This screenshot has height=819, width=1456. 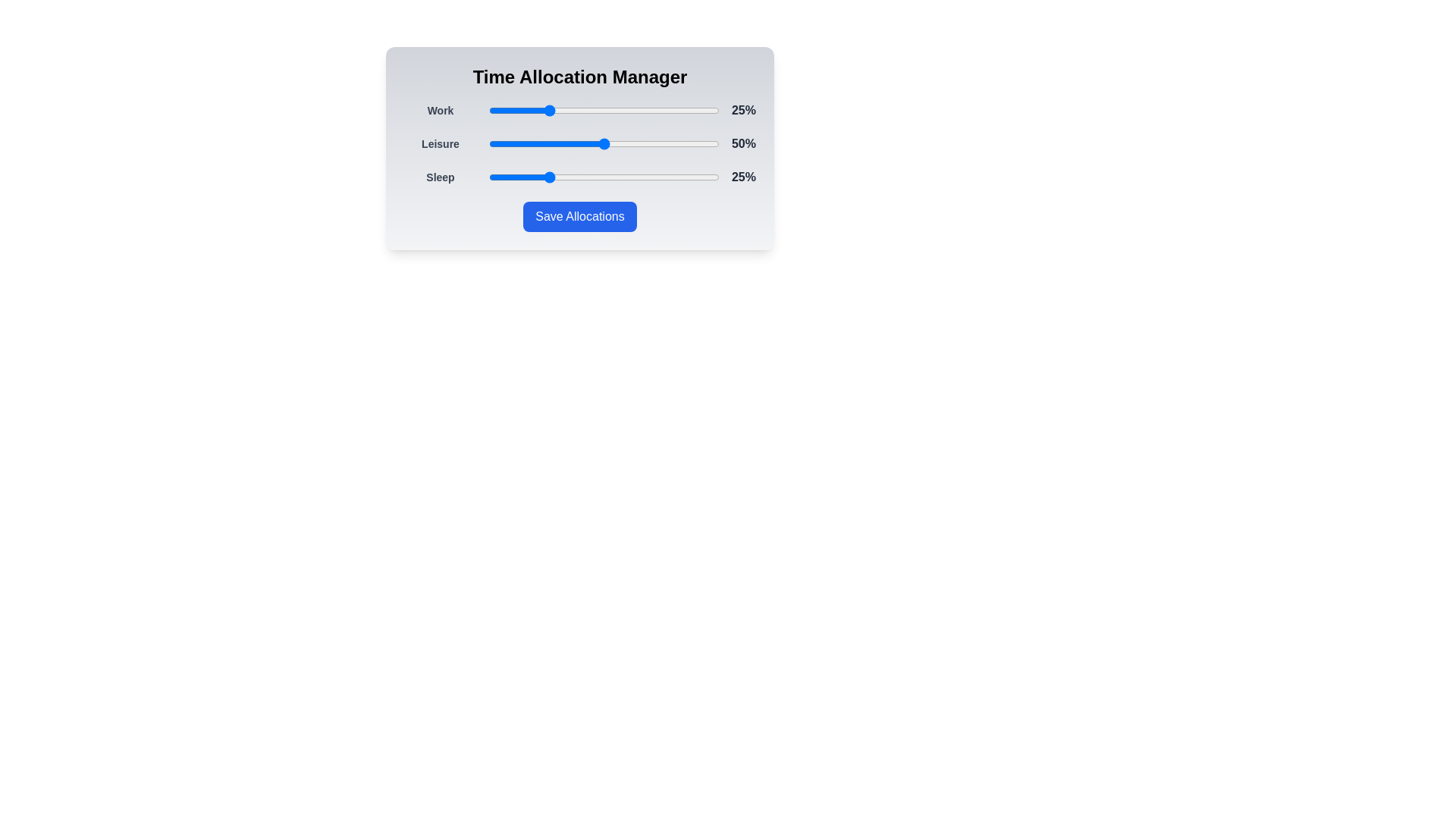 What do you see at coordinates (603, 143) in the screenshot?
I see `the slider corresponding to Leisure` at bounding box center [603, 143].